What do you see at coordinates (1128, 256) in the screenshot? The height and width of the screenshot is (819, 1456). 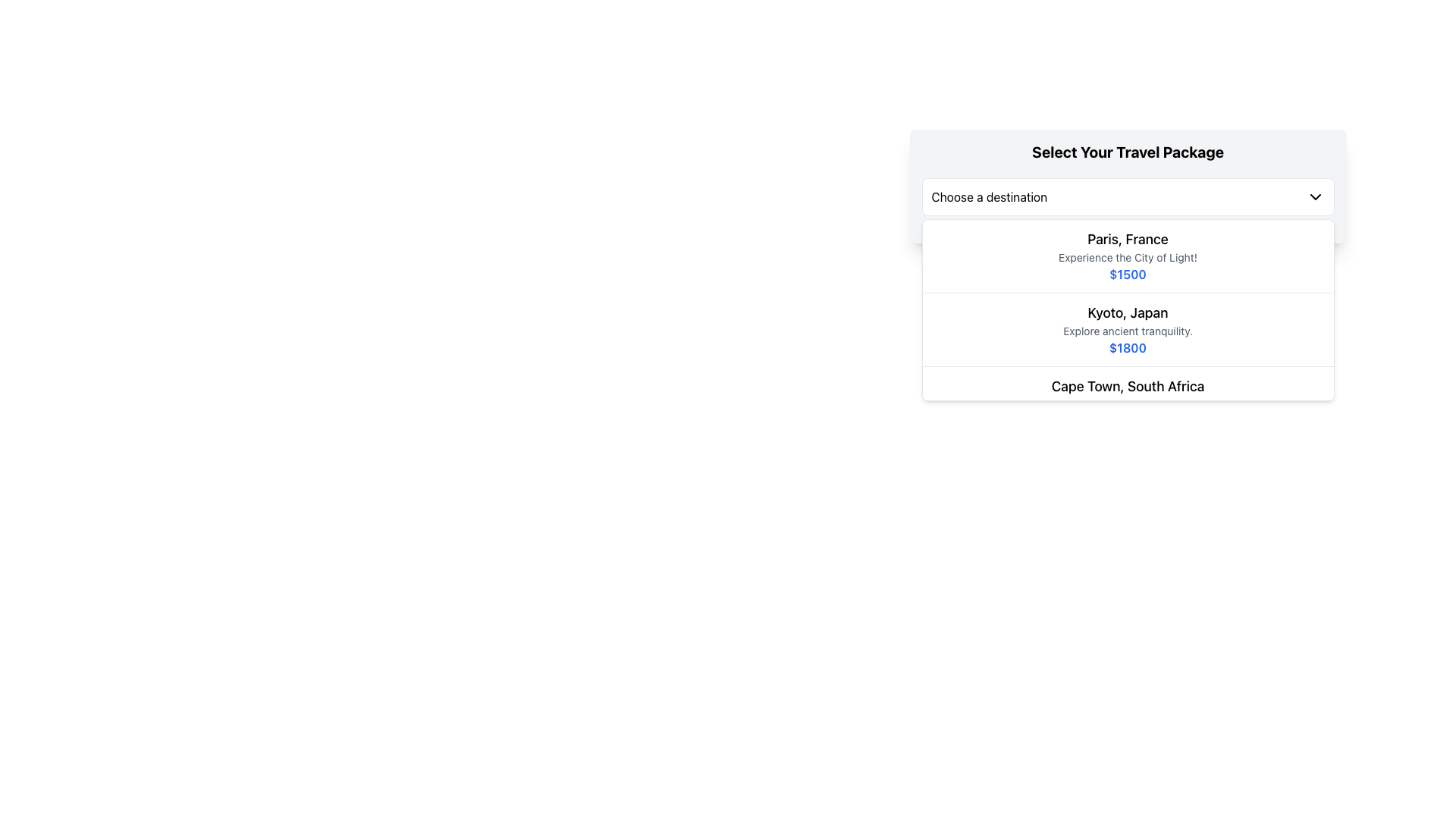 I see `informational text label describing the travel package for 'Paris, France', emphasizing its experience as the 'City of Light'` at bounding box center [1128, 256].